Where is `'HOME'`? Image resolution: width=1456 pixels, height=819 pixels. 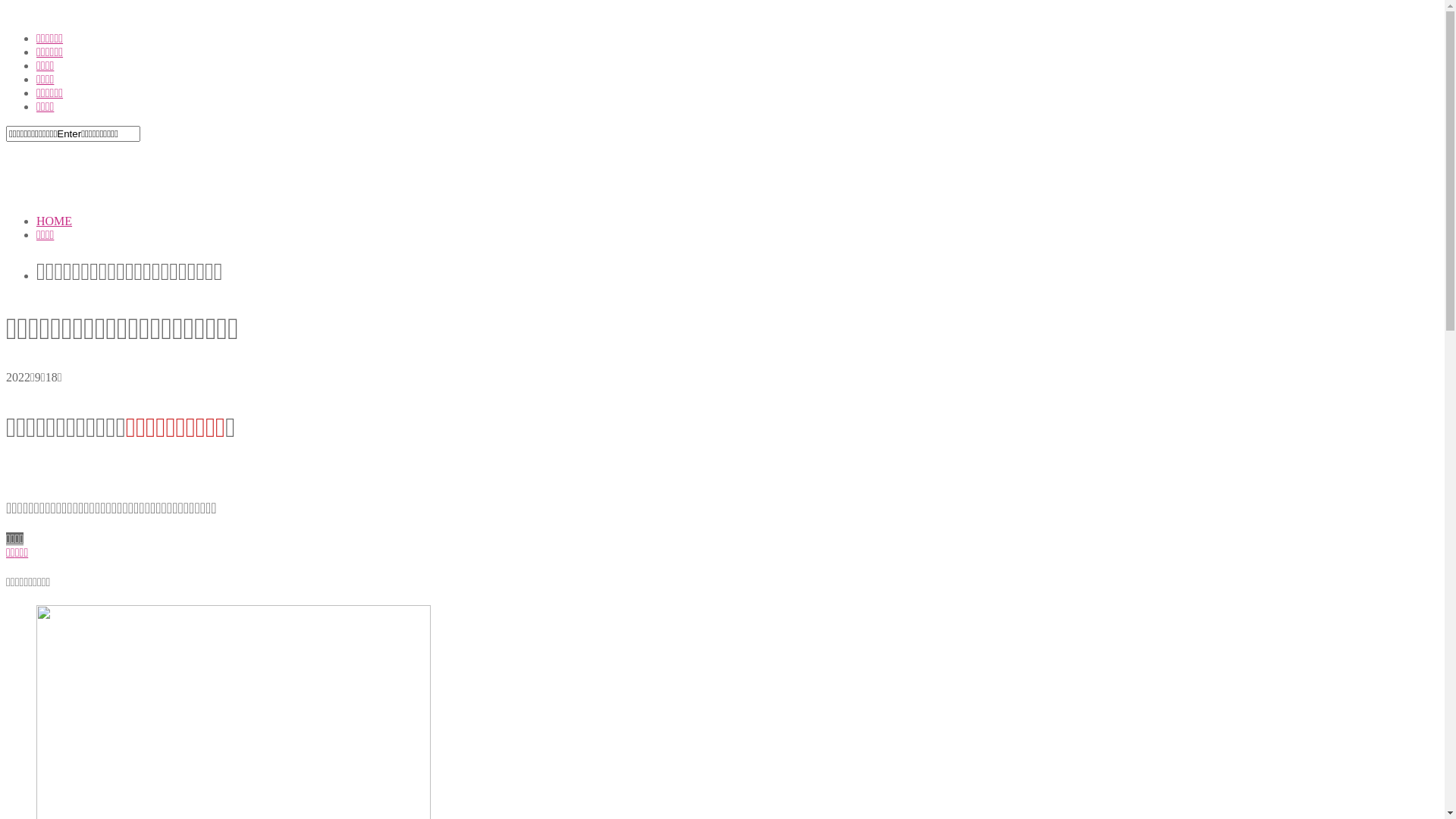
'HOME' is located at coordinates (54, 221).